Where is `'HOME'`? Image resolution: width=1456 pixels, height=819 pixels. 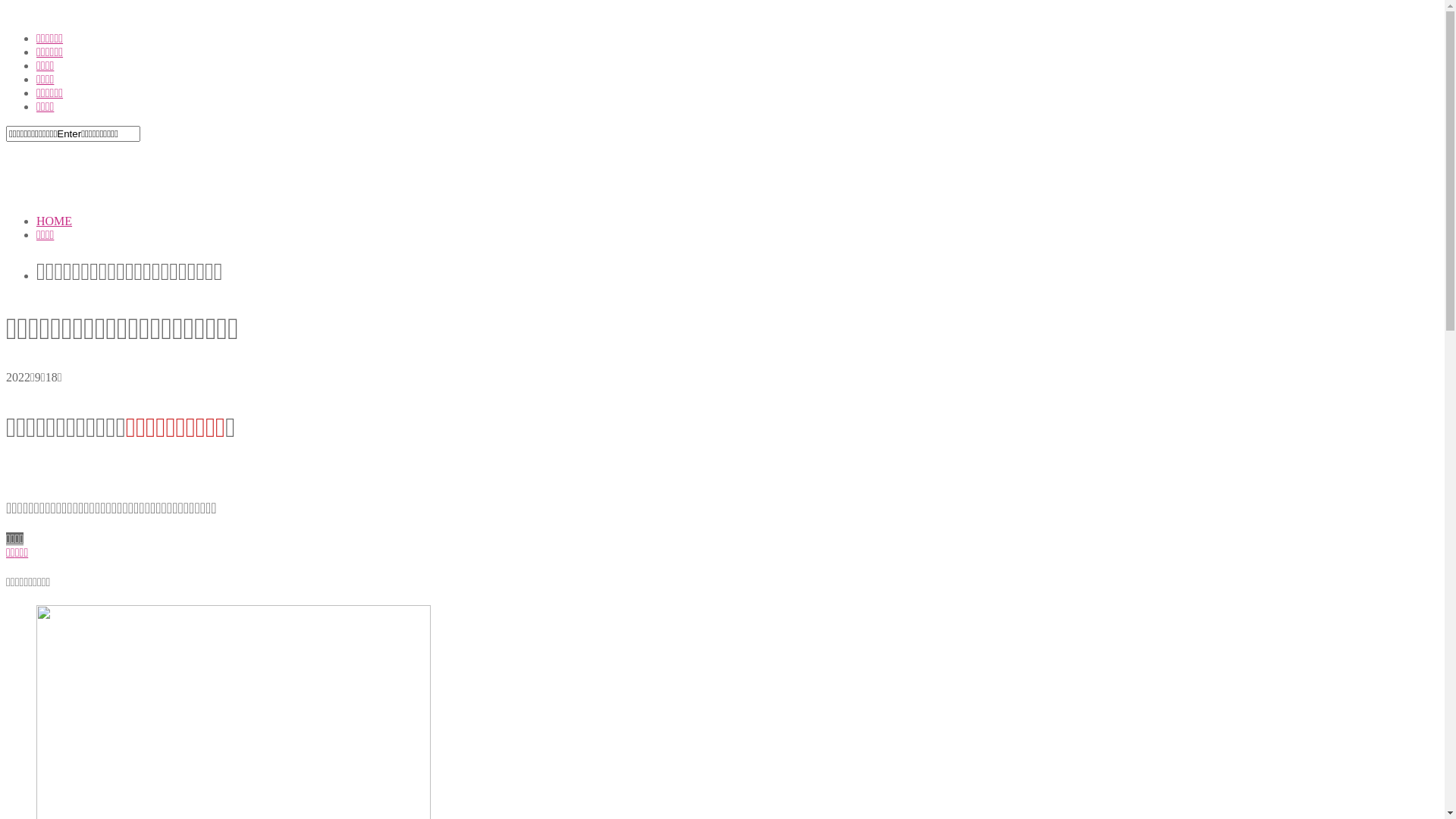
'HOME' is located at coordinates (54, 221).